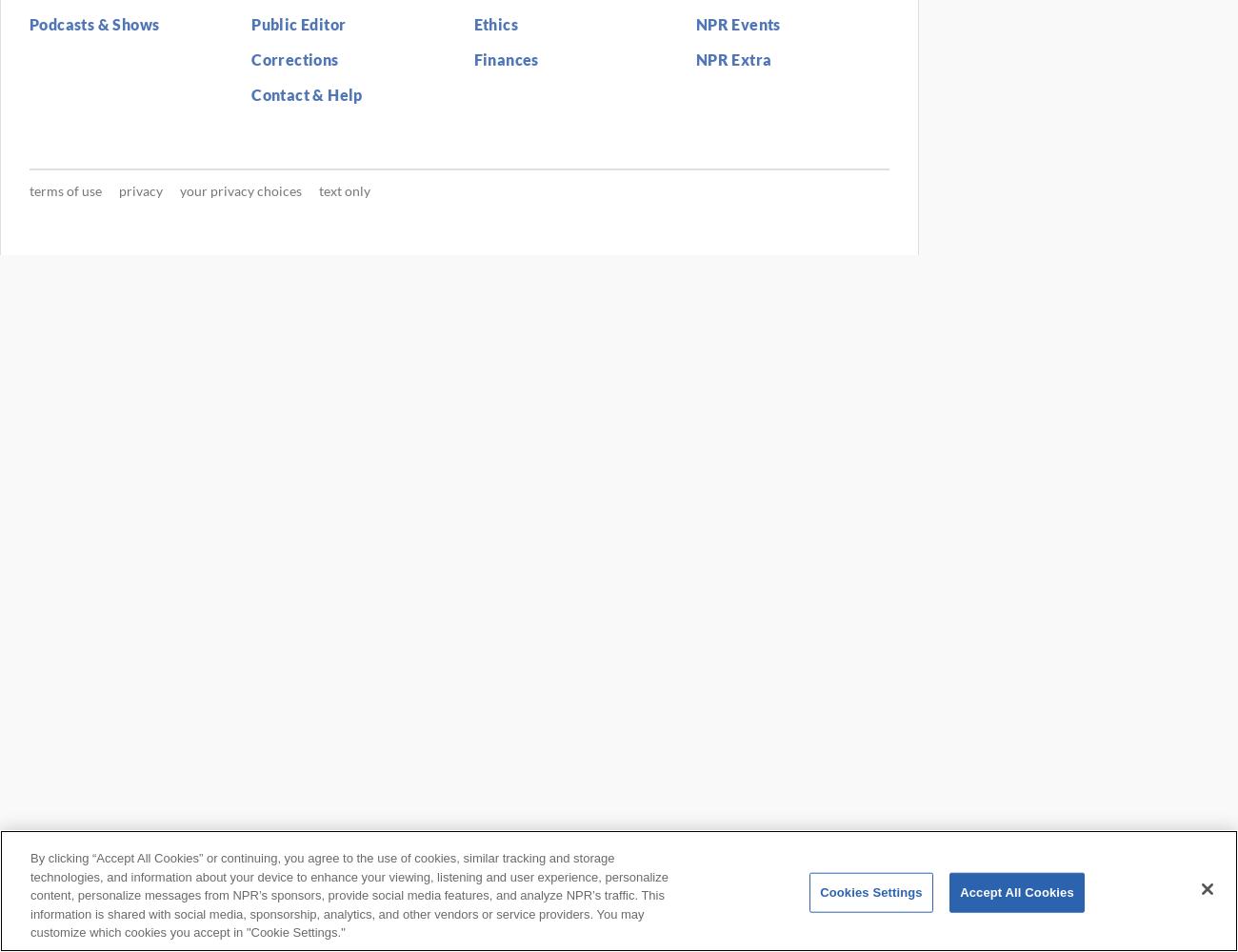 The width and height of the screenshot is (1238, 952). What do you see at coordinates (731, 59) in the screenshot?
I see `'NPR Extra'` at bounding box center [731, 59].